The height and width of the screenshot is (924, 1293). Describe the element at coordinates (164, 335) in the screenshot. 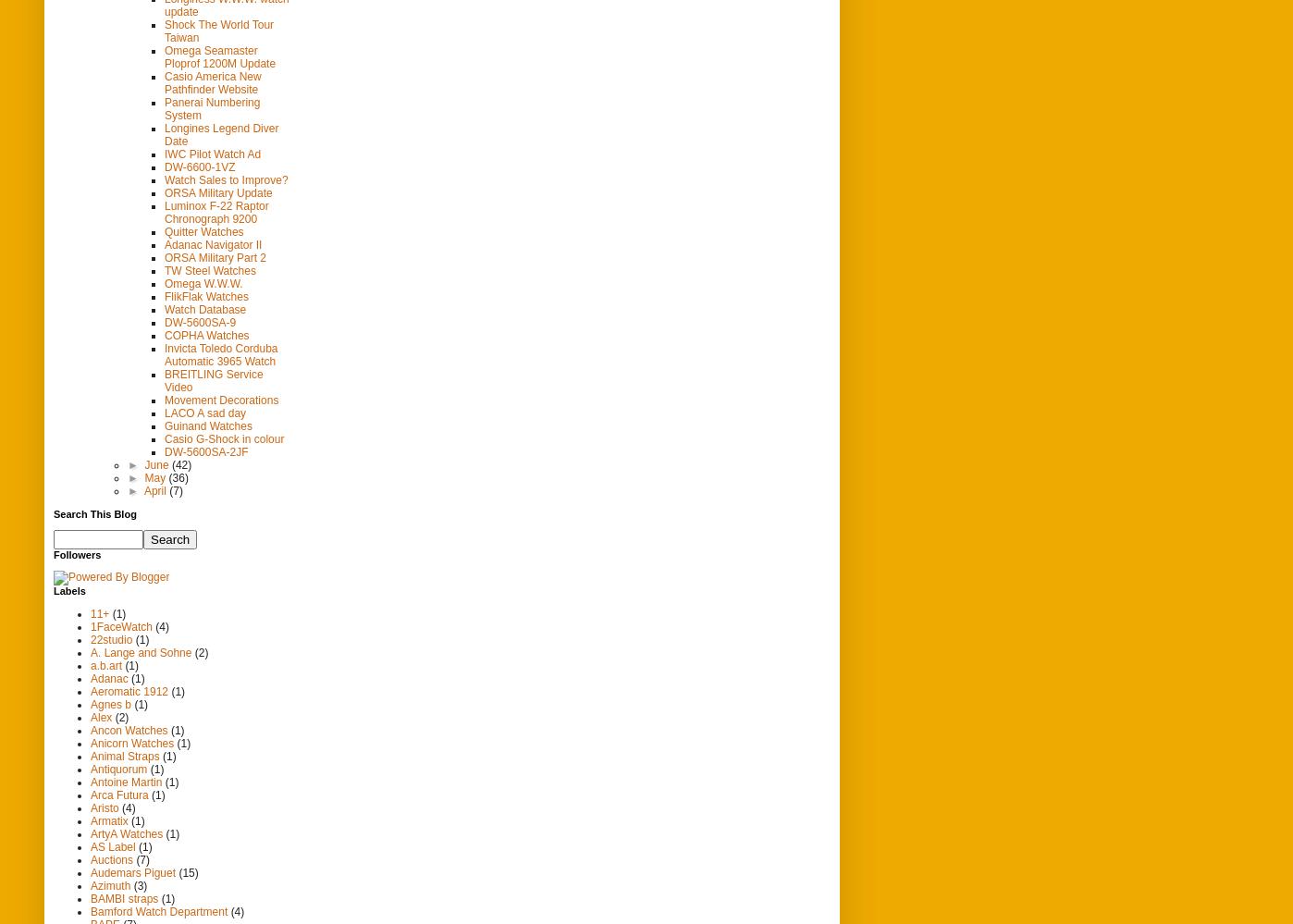

I see `'COPHA Watches'` at that location.